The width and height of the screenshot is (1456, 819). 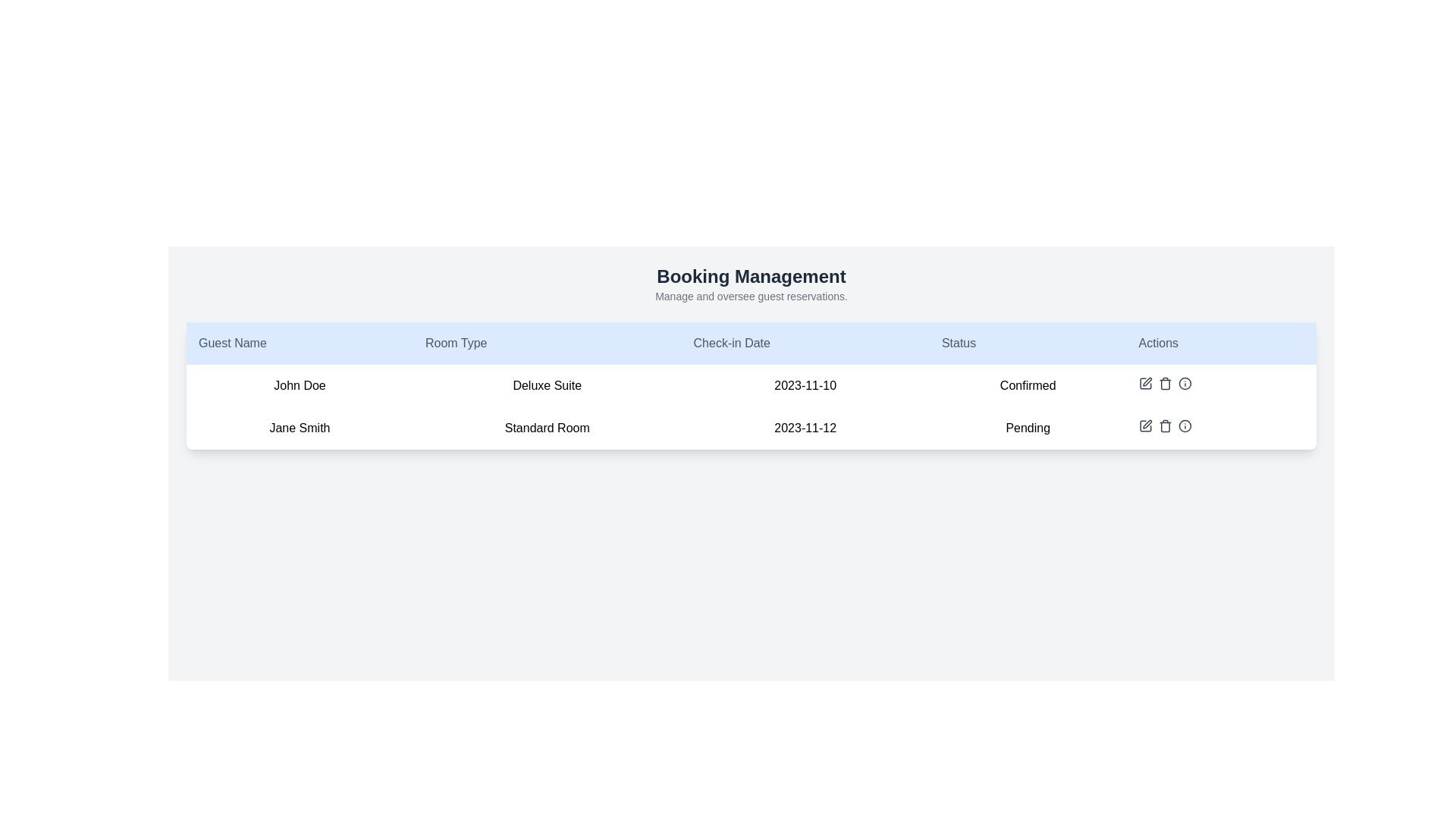 What do you see at coordinates (300, 385) in the screenshot?
I see `text content of the Text Label displaying 'John Doe', which is located in the first cell of the first row under the 'Guest Name' column header` at bounding box center [300, 385].